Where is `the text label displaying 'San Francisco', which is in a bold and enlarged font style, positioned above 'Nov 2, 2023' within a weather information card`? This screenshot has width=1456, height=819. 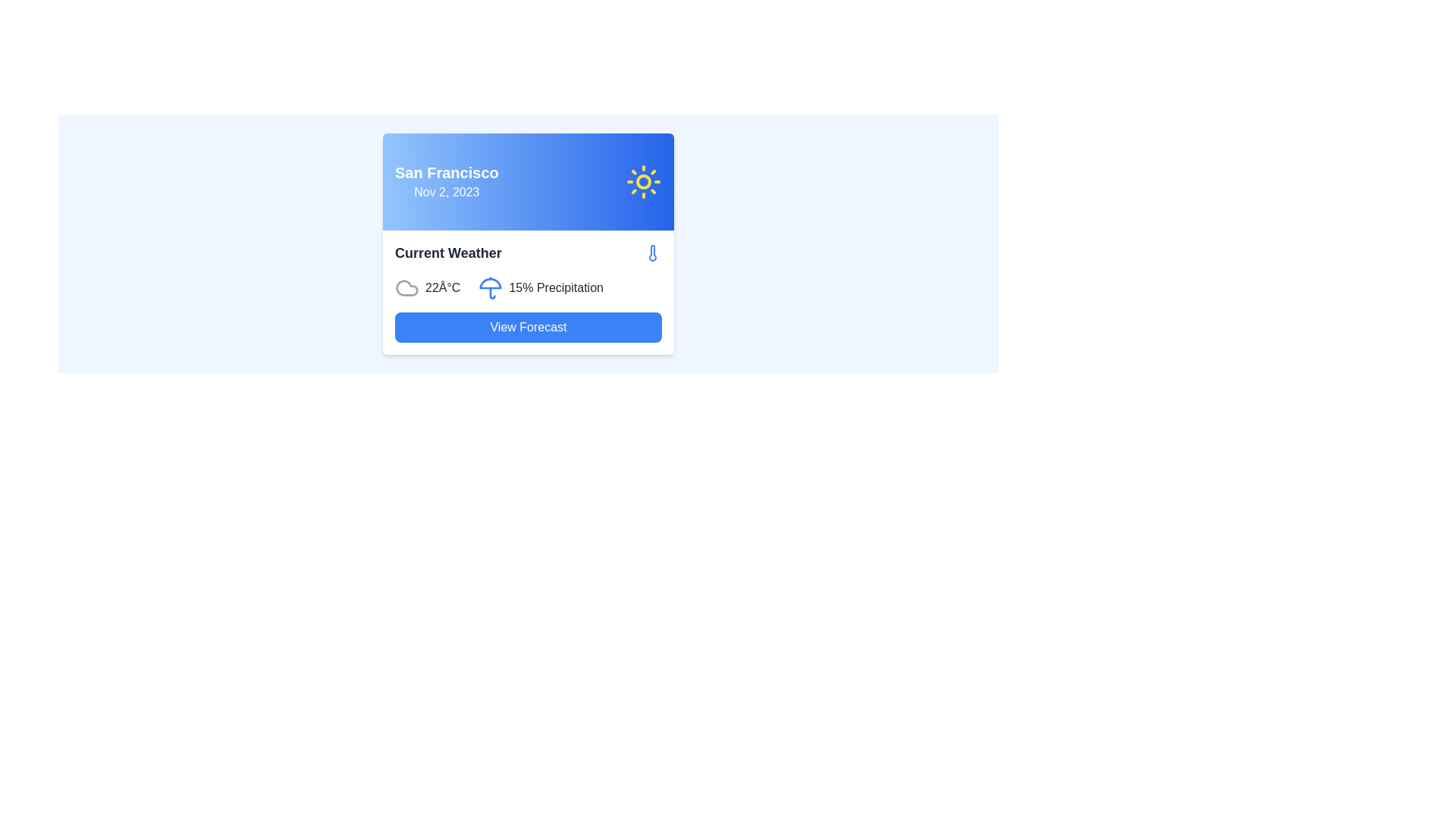 the text label displaying 'San Francisco', which is in a bold and enlarged font style, positioned above 'Nov 2, 2023' within a weather information card is located at coordinates (446, 171).